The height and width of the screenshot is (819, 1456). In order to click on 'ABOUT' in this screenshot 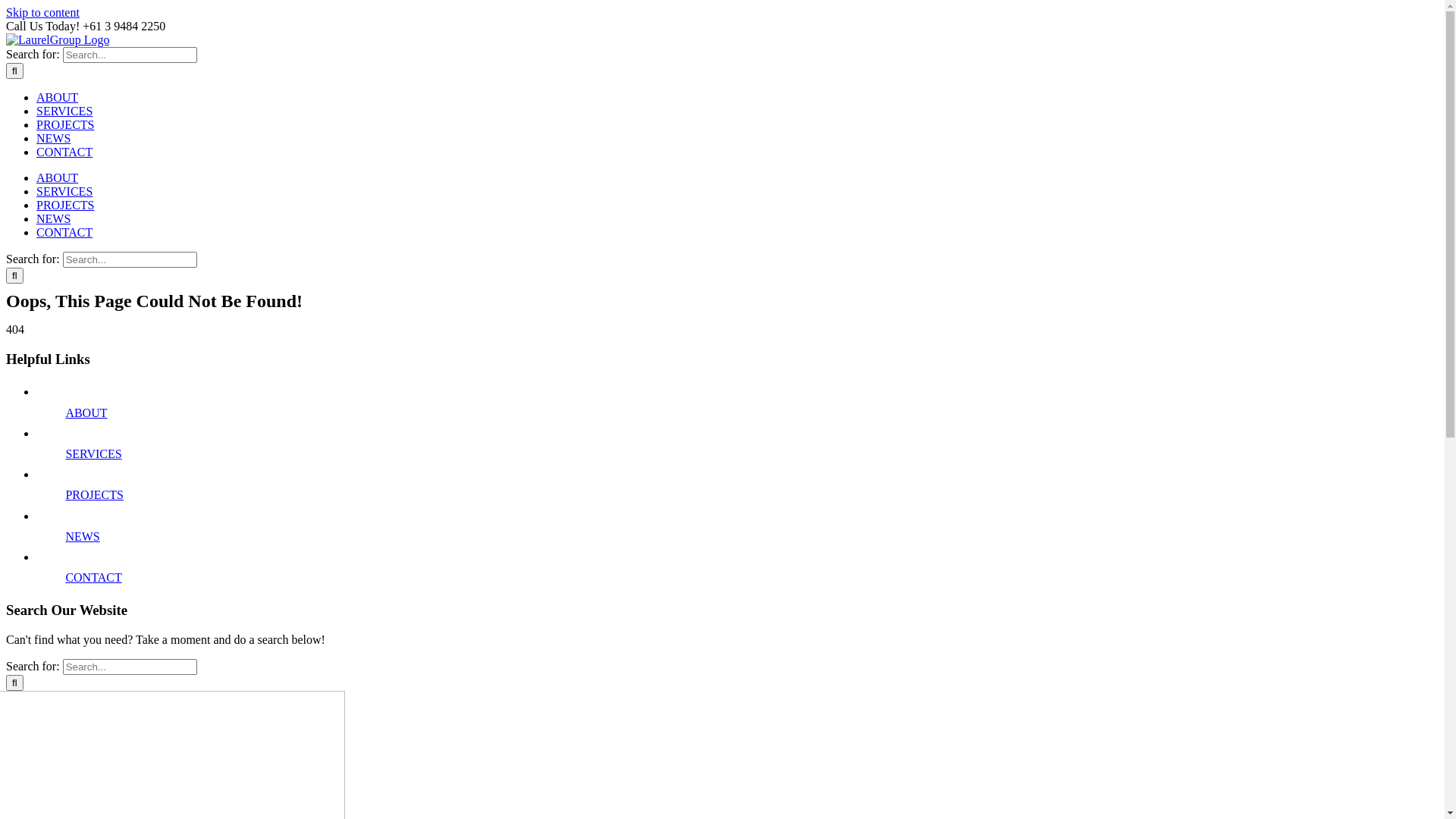, I will do `click(36, 97)`.